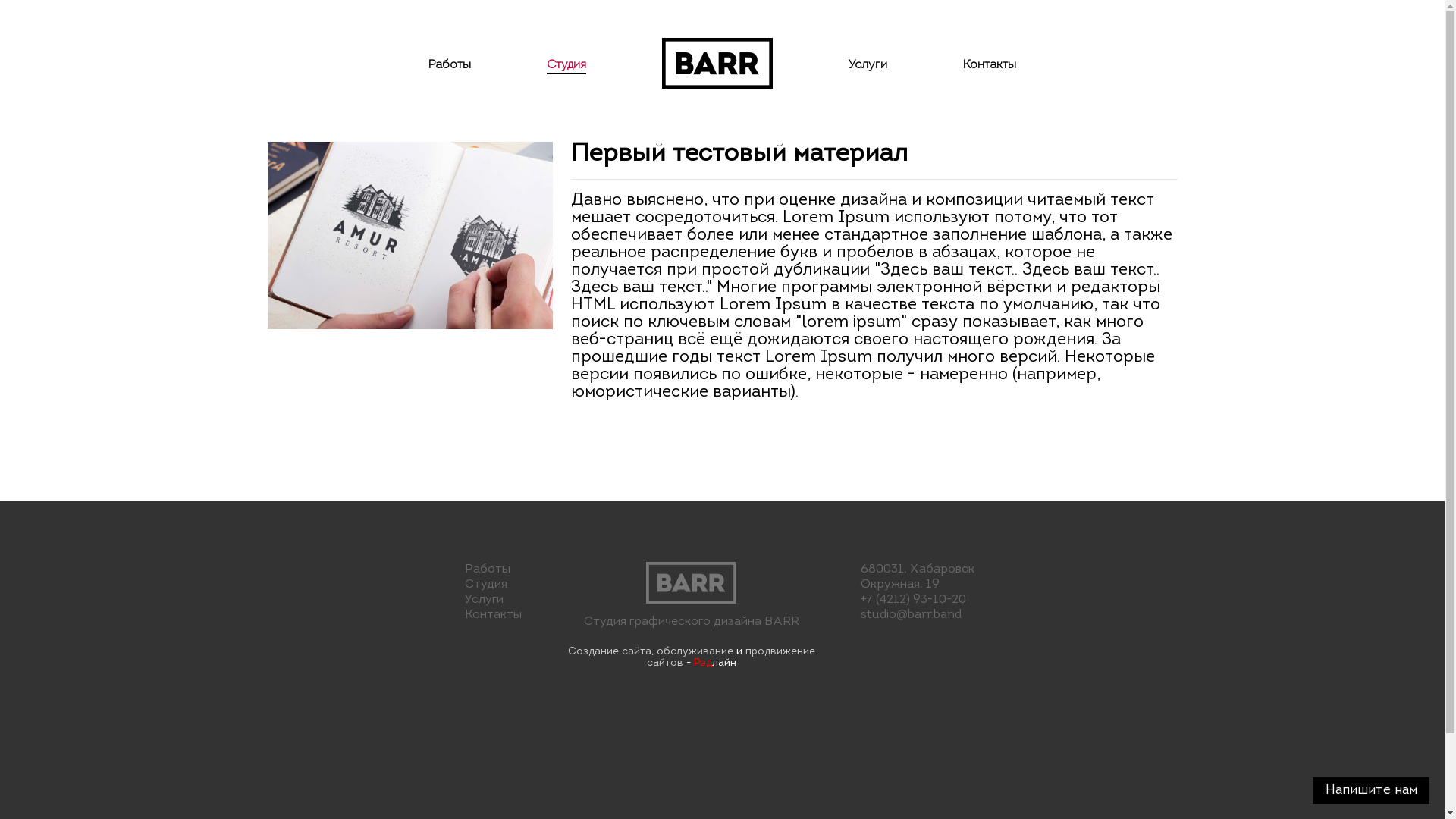 The height and width of the screenshot is (819, 1456). I want to click on '+7 (4212) 93-10-20', so click(912, 598).